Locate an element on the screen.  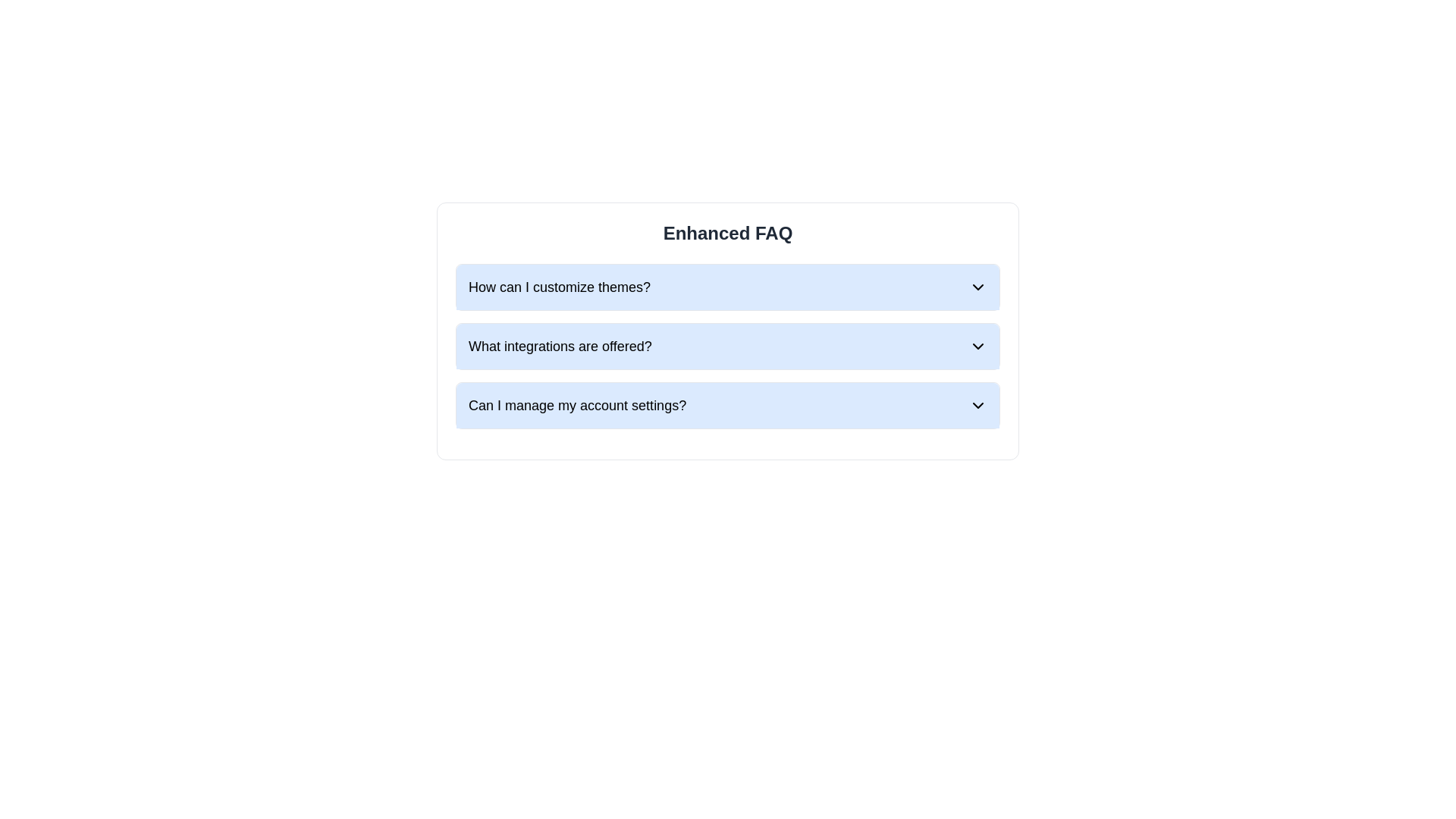
the Chevron Down icon located at the far right of the 'How can I customize themes?' section in the FAQ interface is located at coordinates (978, 287).